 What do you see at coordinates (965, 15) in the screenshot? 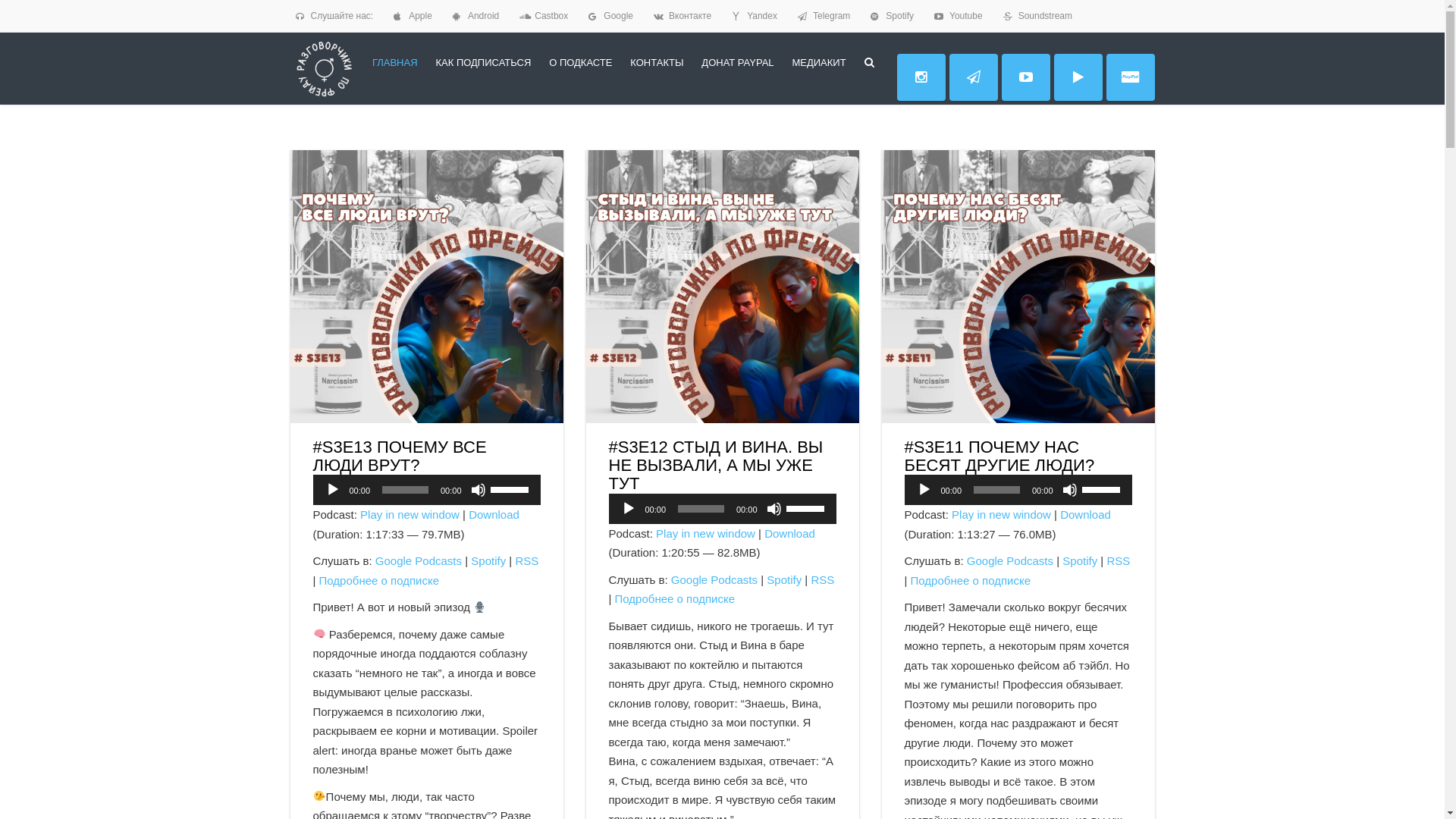
I see `'Youtube'` at bounding box center [965, 15].